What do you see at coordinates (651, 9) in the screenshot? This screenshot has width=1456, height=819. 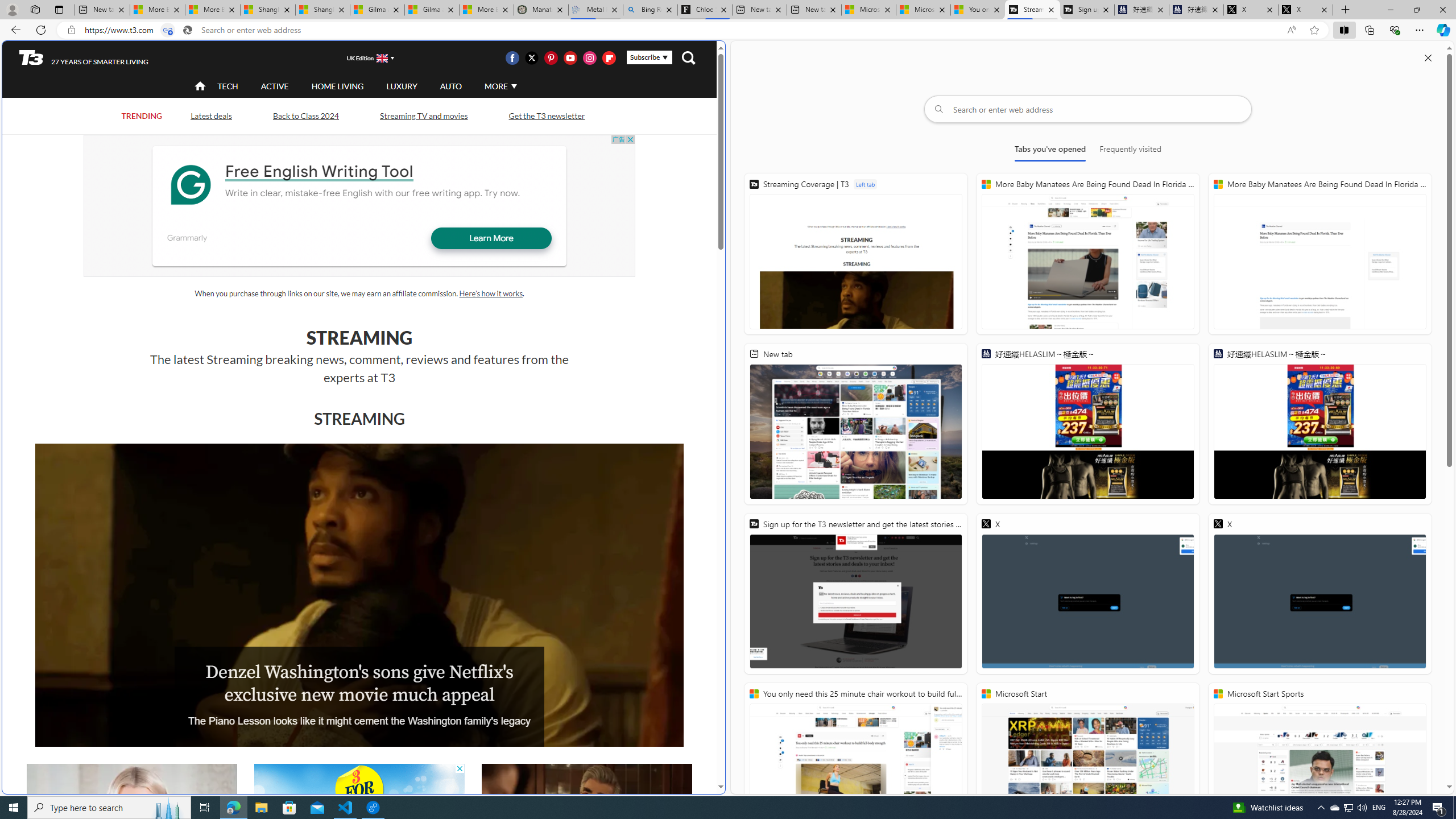 I see `'Bing Real Estate - Home sales and rental listings'` at bounding box center [651, 9].